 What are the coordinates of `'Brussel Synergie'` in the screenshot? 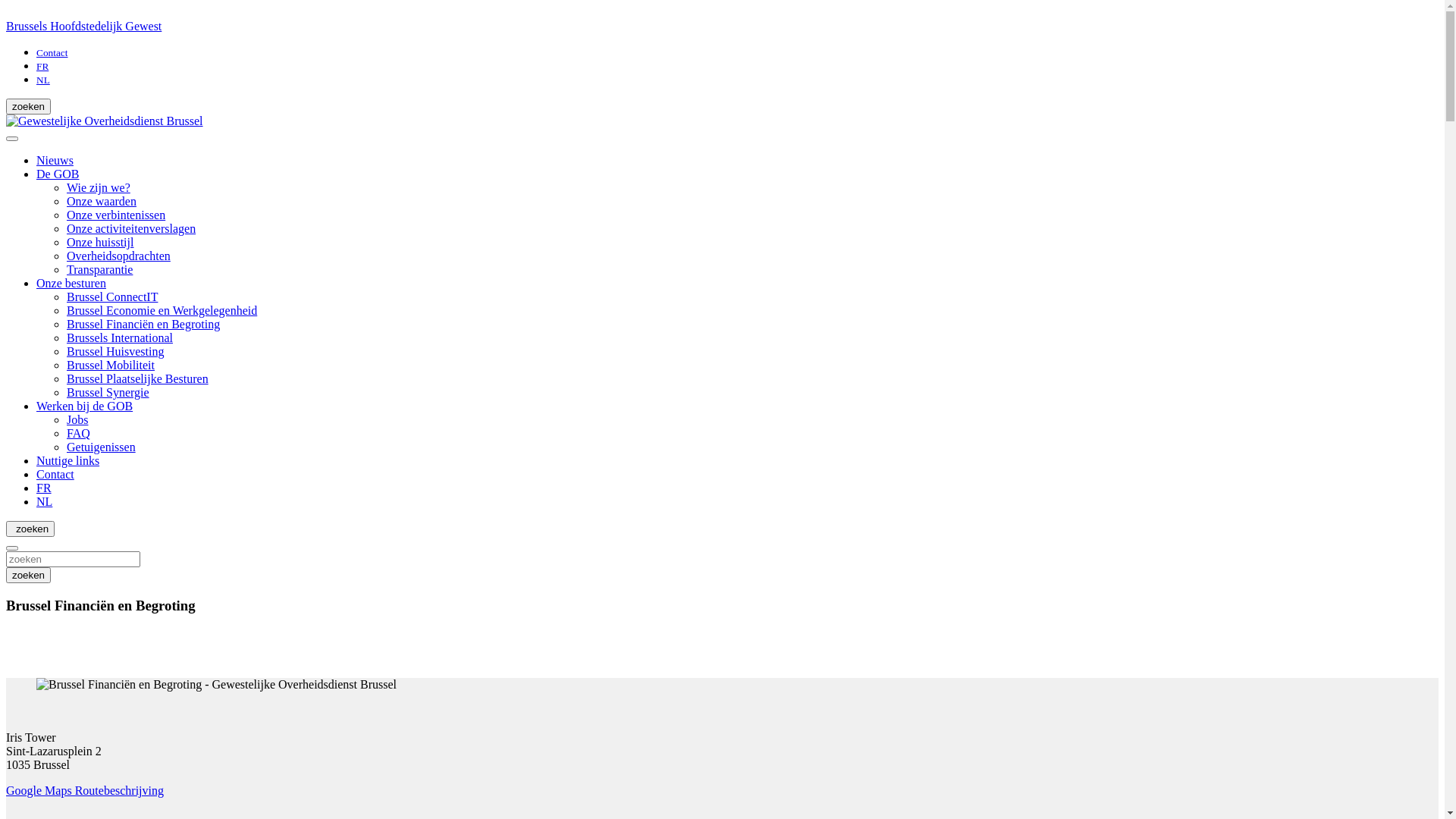 It's located at (65, 391).